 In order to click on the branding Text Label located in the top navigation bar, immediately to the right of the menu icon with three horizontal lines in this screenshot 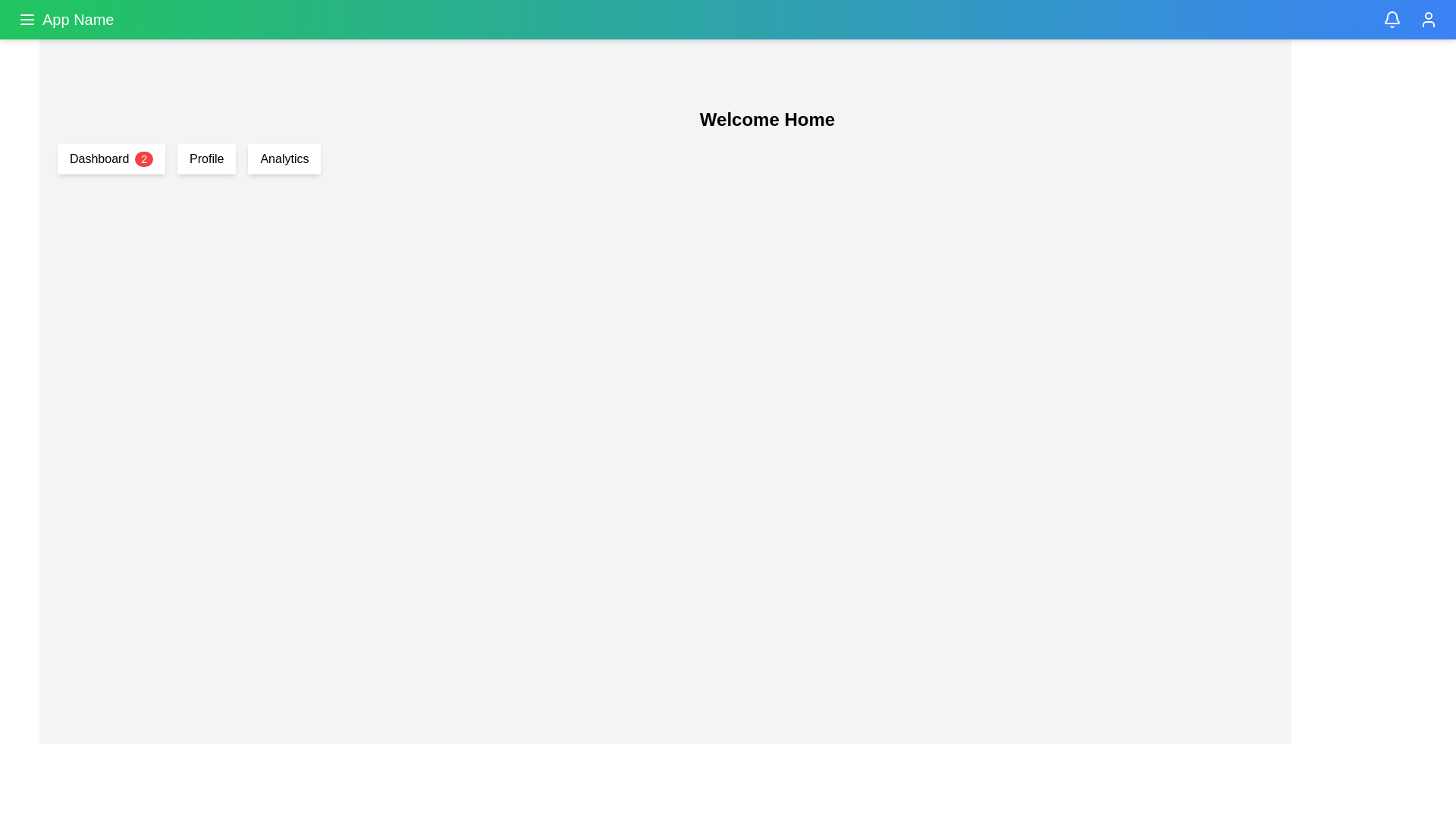, I will do `click(77, 20)`.